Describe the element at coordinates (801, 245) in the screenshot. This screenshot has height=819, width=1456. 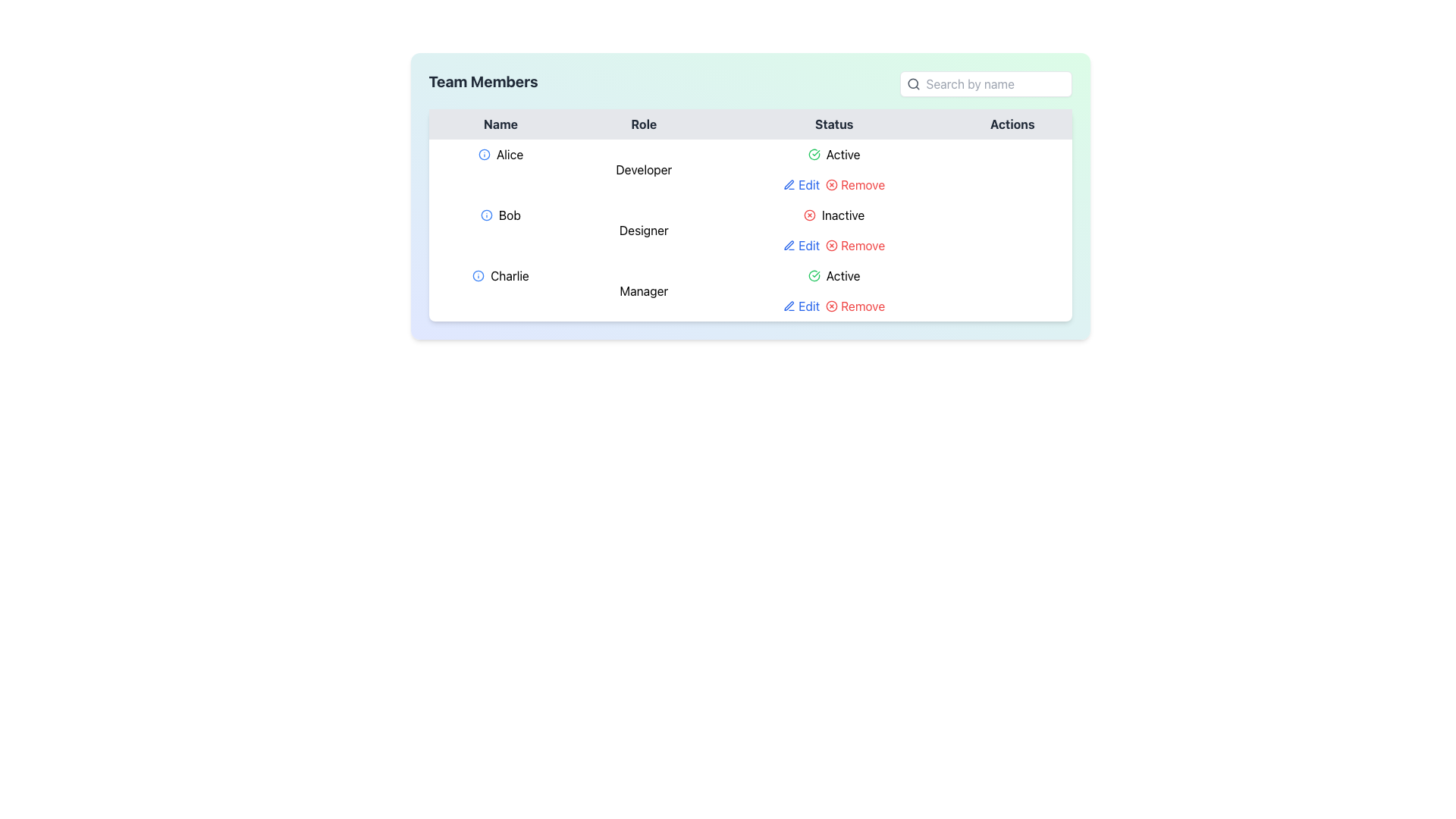
I see `the edit Text link with an icon in the Actions column for the row corresponding to Bob, the Designer, to initiate the edit action` at that location.